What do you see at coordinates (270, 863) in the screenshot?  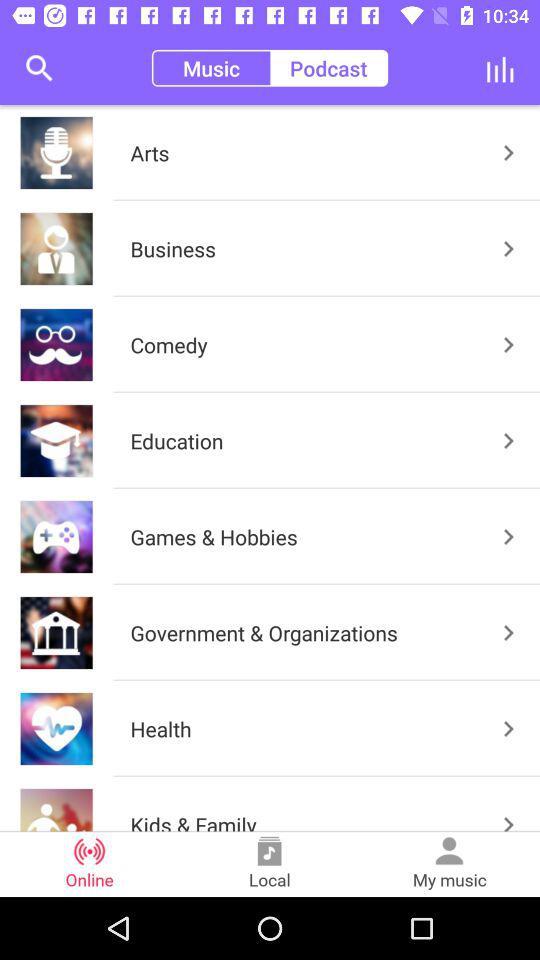 I see `the icon to the right of the online item` at bounding box center [270, 863].